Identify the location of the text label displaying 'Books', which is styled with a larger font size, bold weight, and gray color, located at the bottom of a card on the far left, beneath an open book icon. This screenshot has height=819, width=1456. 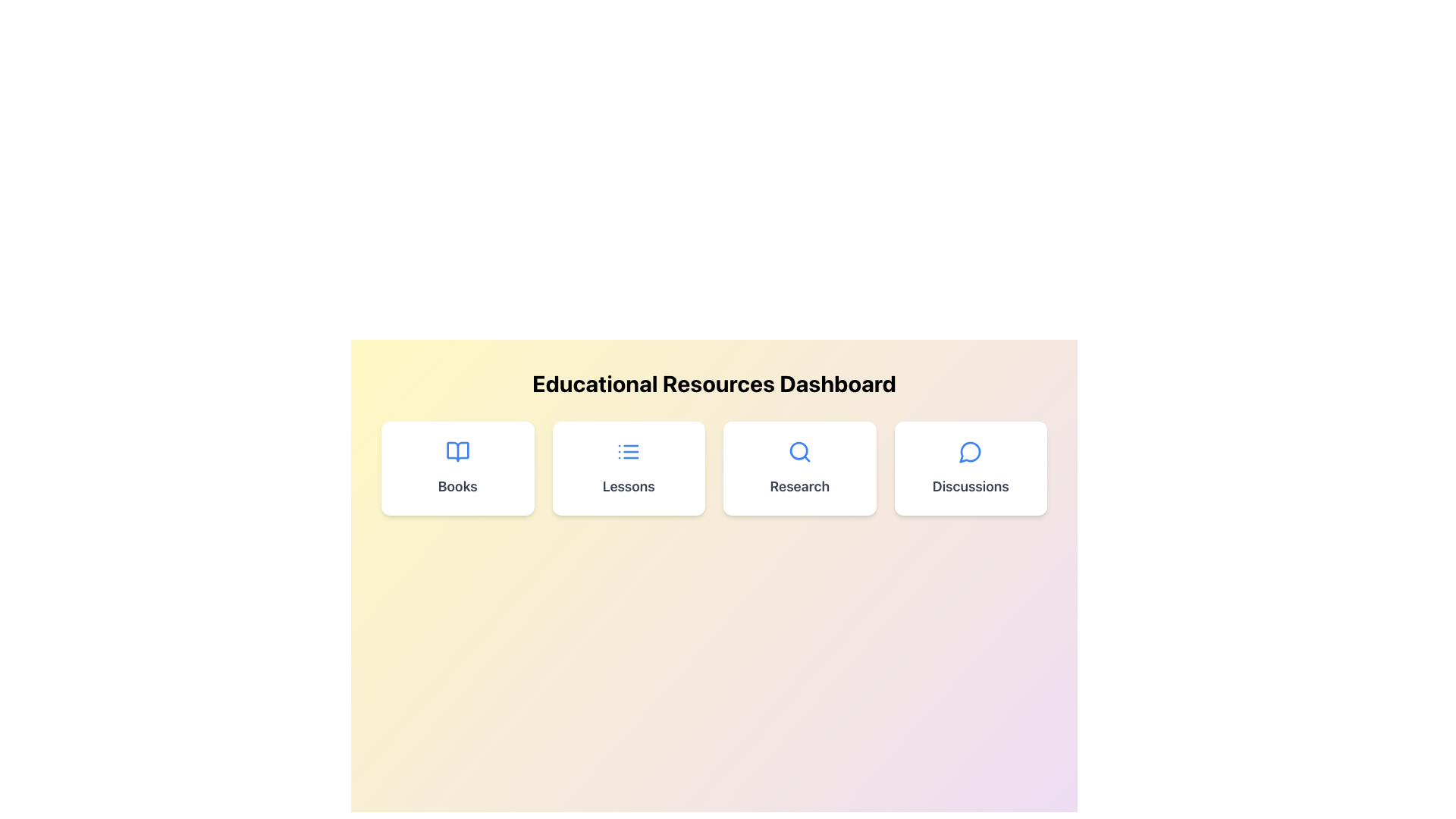
(457, 486).